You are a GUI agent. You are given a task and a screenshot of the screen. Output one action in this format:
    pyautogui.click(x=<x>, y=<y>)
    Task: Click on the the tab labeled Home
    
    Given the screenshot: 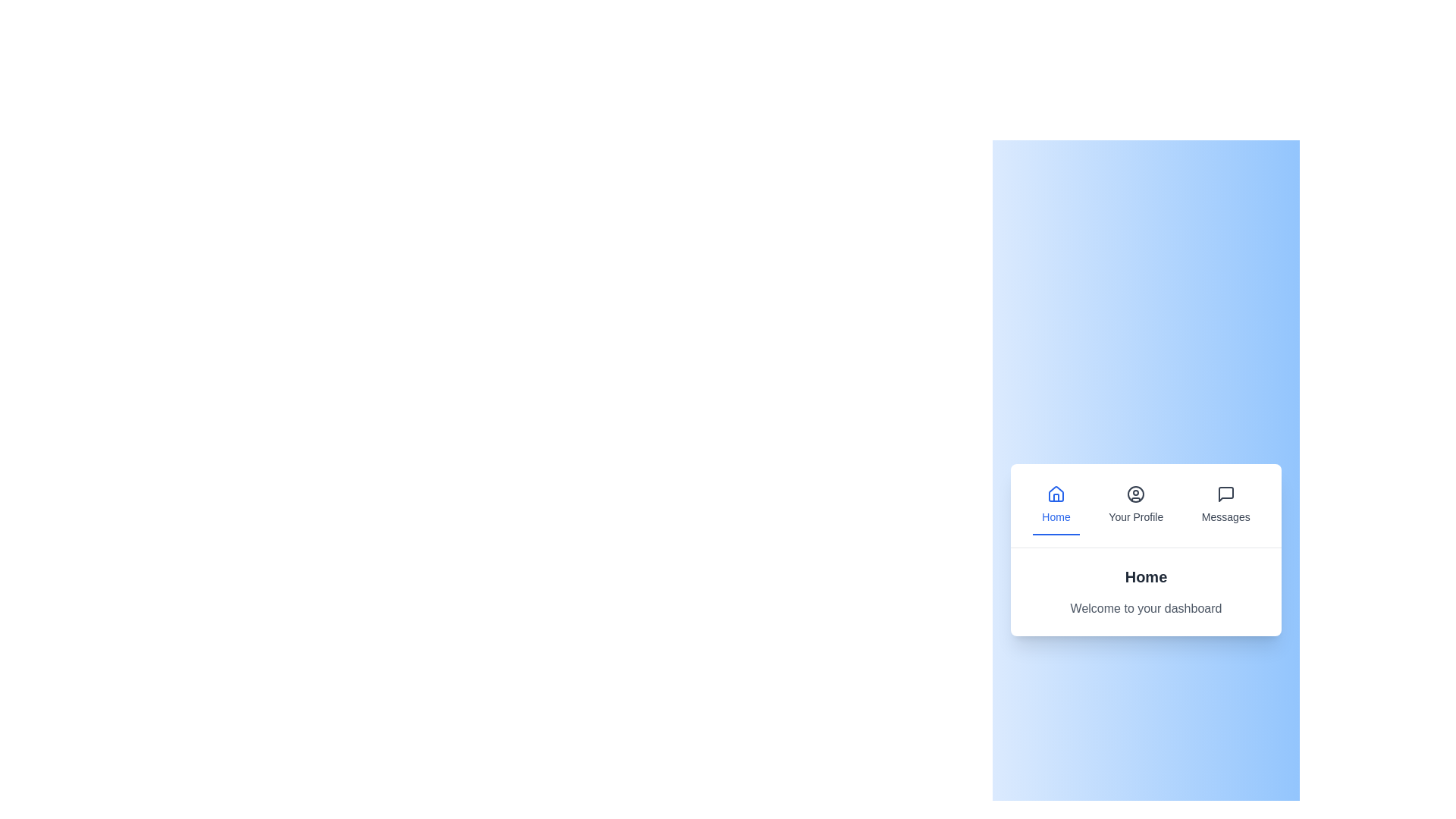 What is the action you would take?
    pyautogui.click(x=1055, y=505)
    